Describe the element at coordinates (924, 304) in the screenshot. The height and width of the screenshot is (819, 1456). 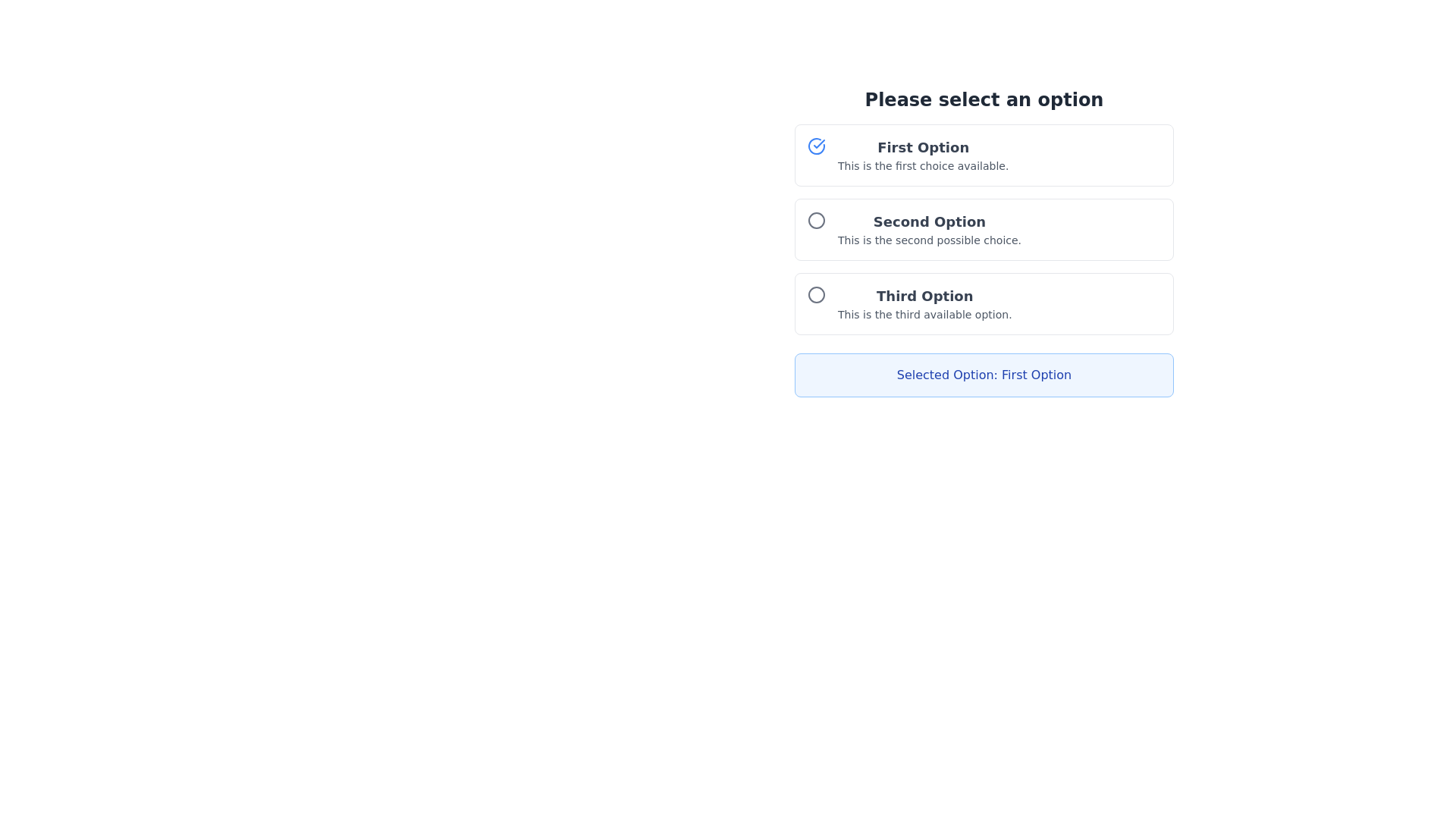
I see `the text label displaying 'Third Option' which is part of a vertical list of options, positioned below 'Second Option' and above the blue button labeled 'Selected Option: First Option'` at that location.